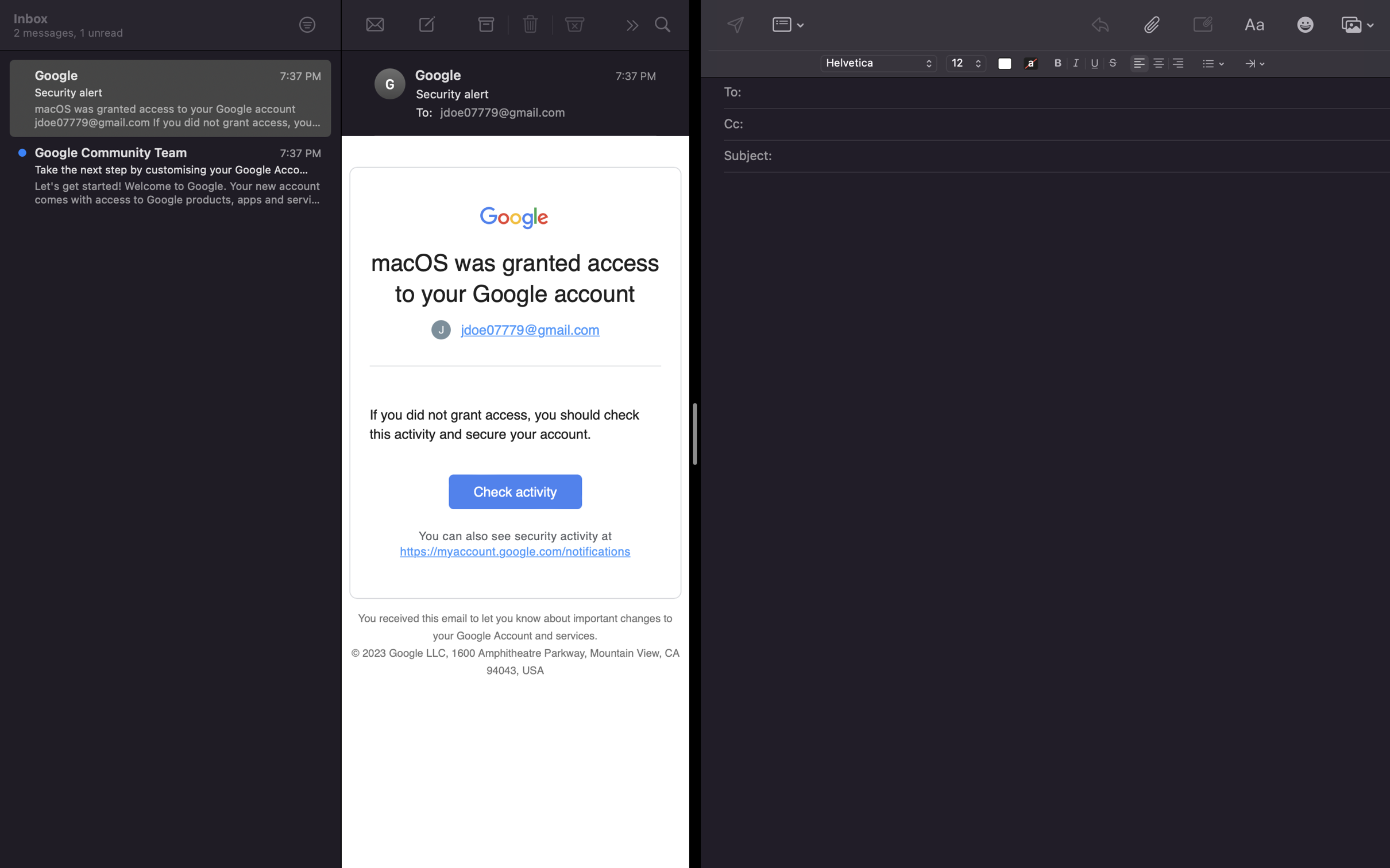 This screenshot has width=1390, height=868. Describe the element at coordinates (1058, 62) in the screenshot. I see `Make the font bold` at that location.